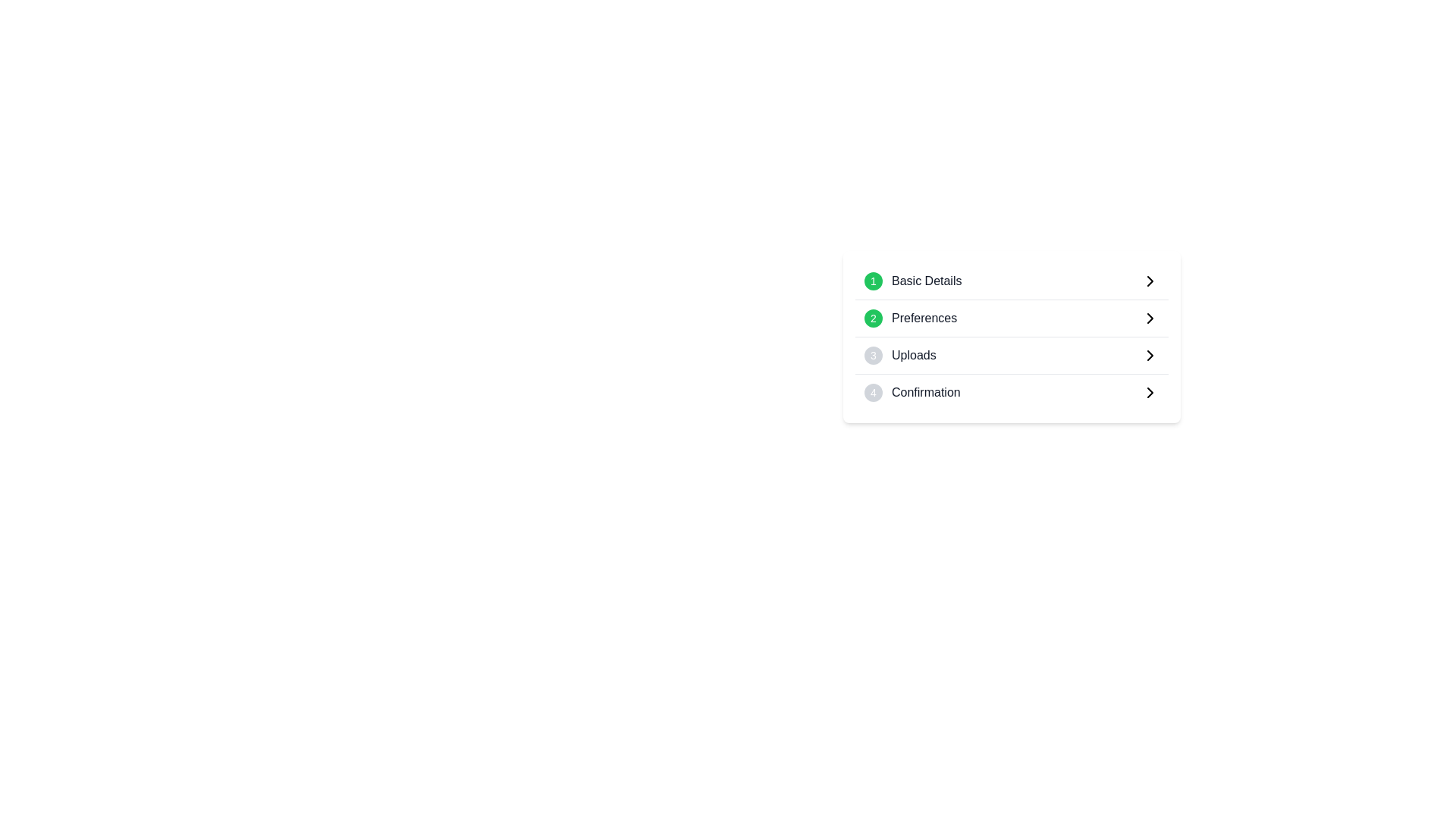 Image resolution: width=1456 pixels, height=819 pixels. I want to click on the first list item titled 'Basic Details', so click(1012, 281).